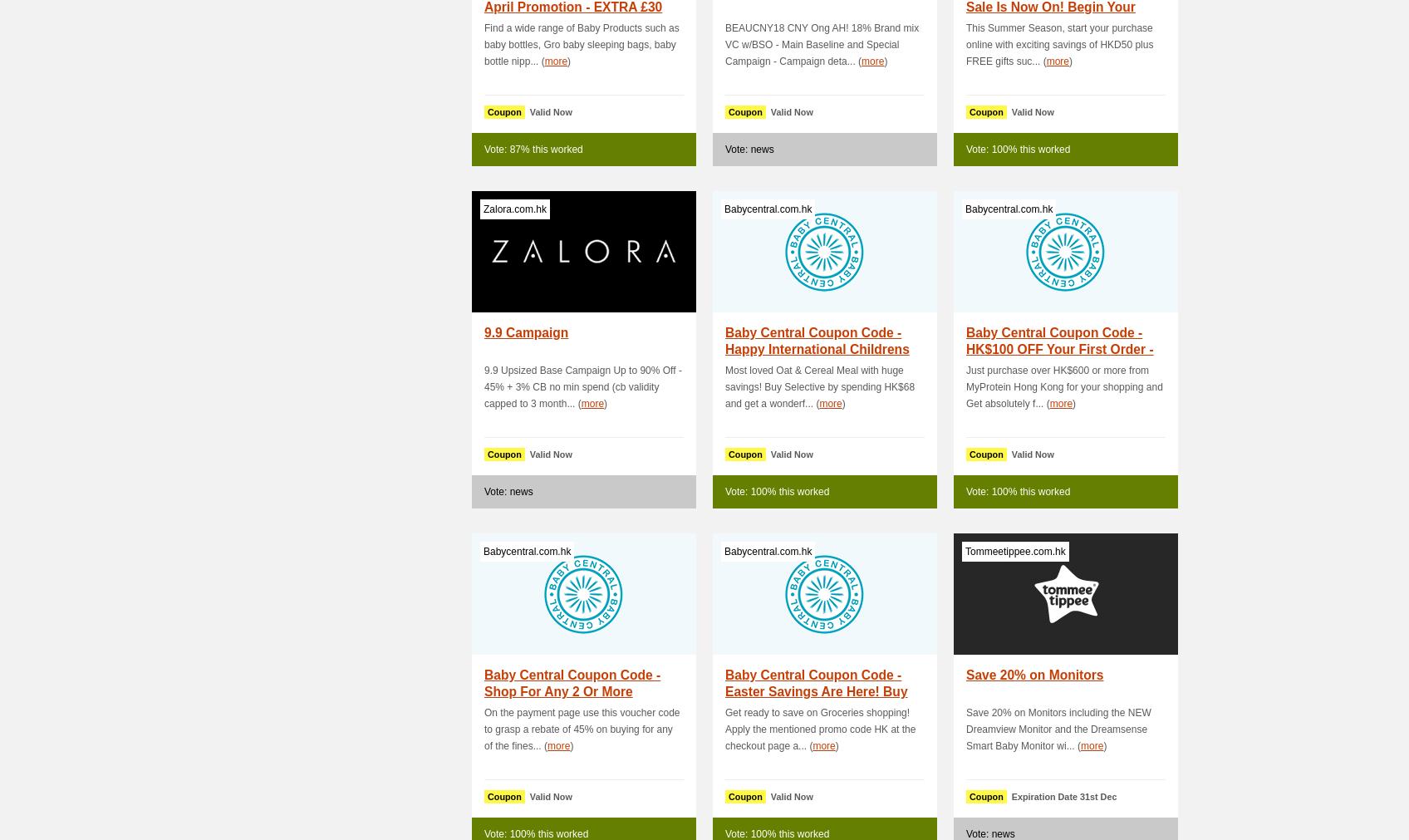 The width and height of the screenshot is (1409, 840). I want to click on 'Baby Central Coupon Code - Easter Savings Are Here! Buy Over HK$160.', so click(815, 690).